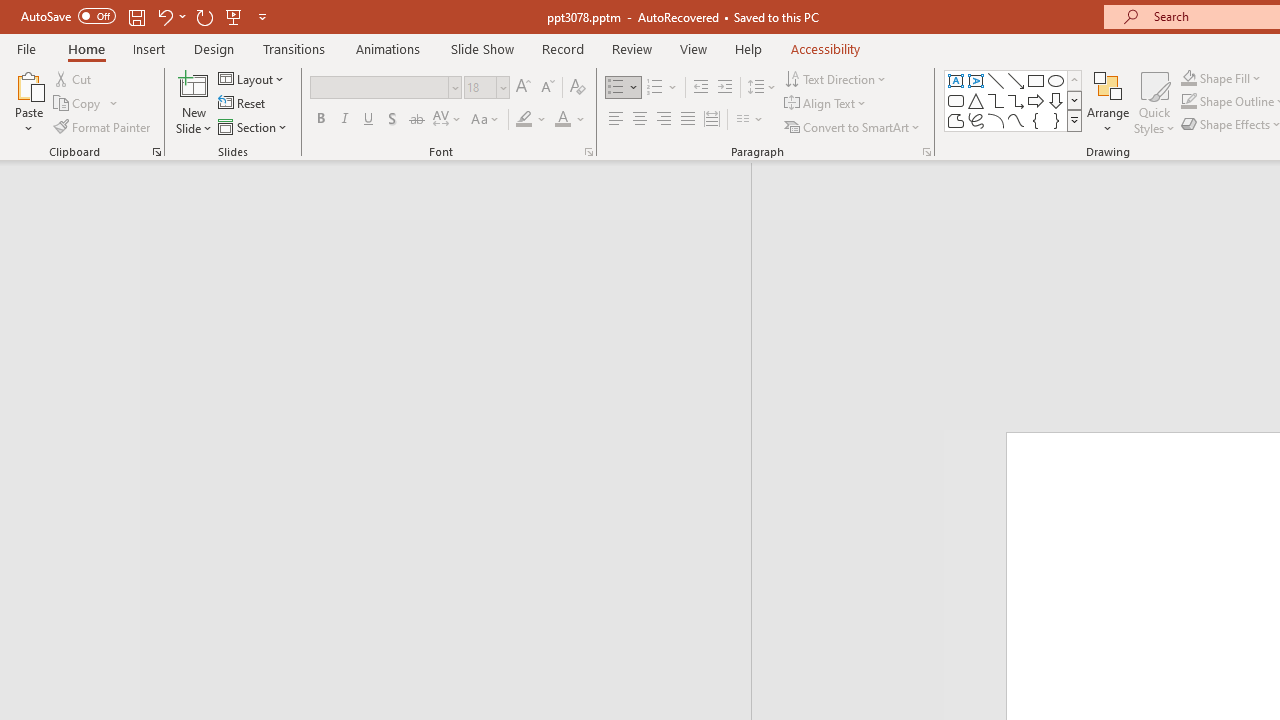 This screenshot has width=1280, height=720. What do you see at coordinates (1154, 103) in the screenshot?
I see `'Quick Styles'` at bounding box center [1154, 103].